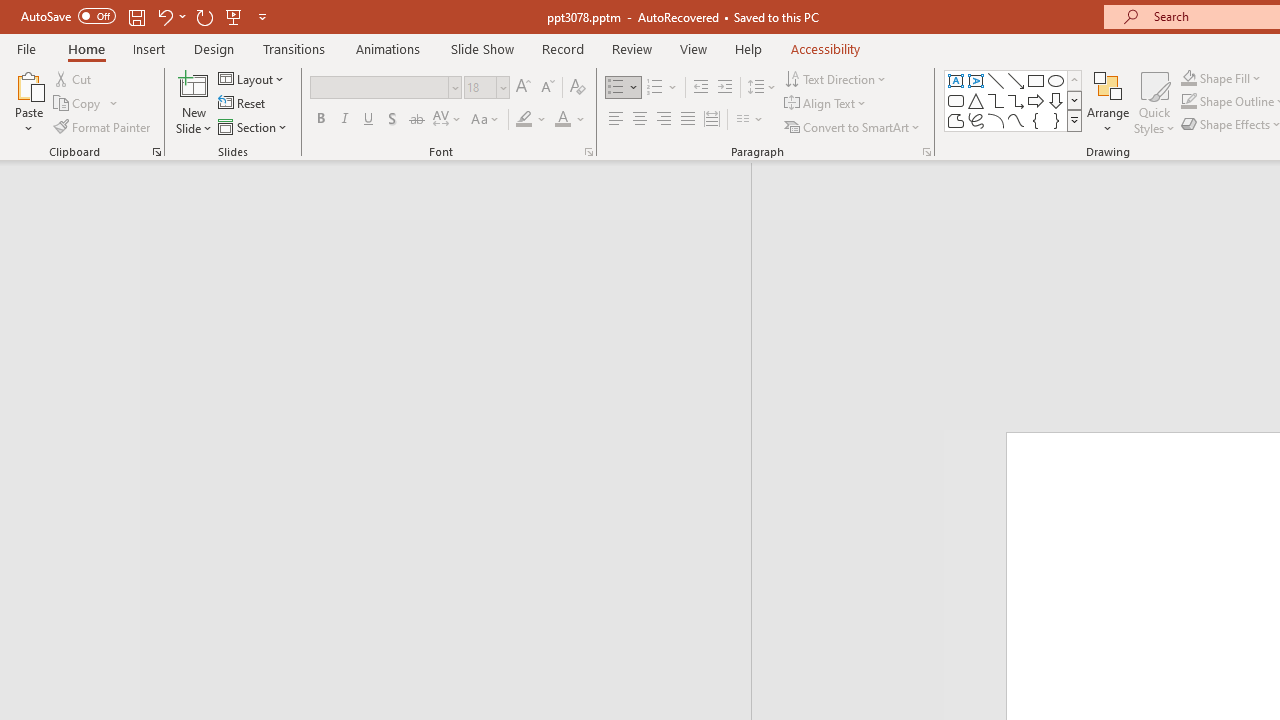 This screenshot has width=1280, height=720. What do you see at coordinates (1154, 103) in the screenshot?
I see `'Quick Styles'` at bounding box center [1154, 103].